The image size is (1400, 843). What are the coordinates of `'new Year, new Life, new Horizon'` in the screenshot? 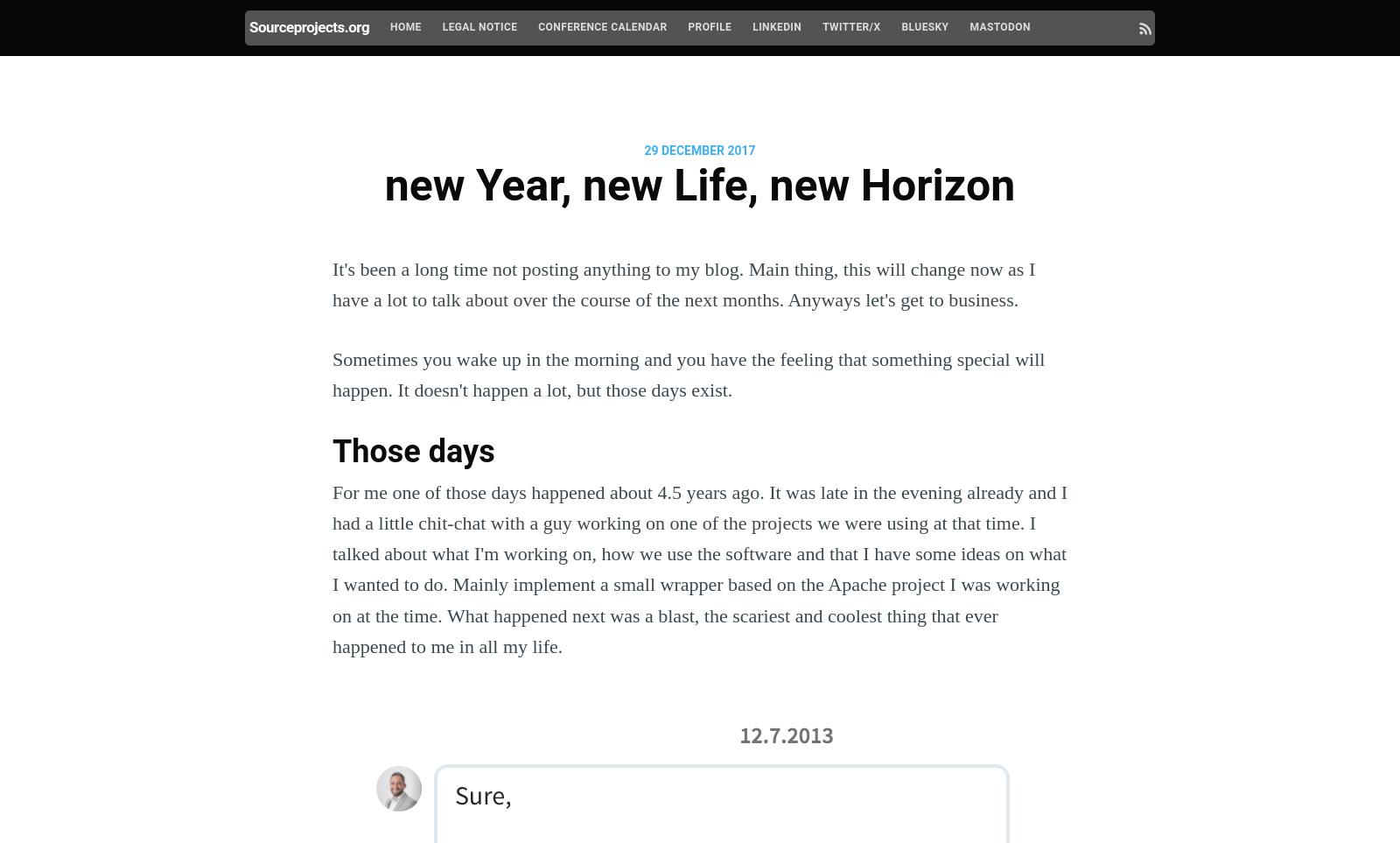 It's located at (699, 184).